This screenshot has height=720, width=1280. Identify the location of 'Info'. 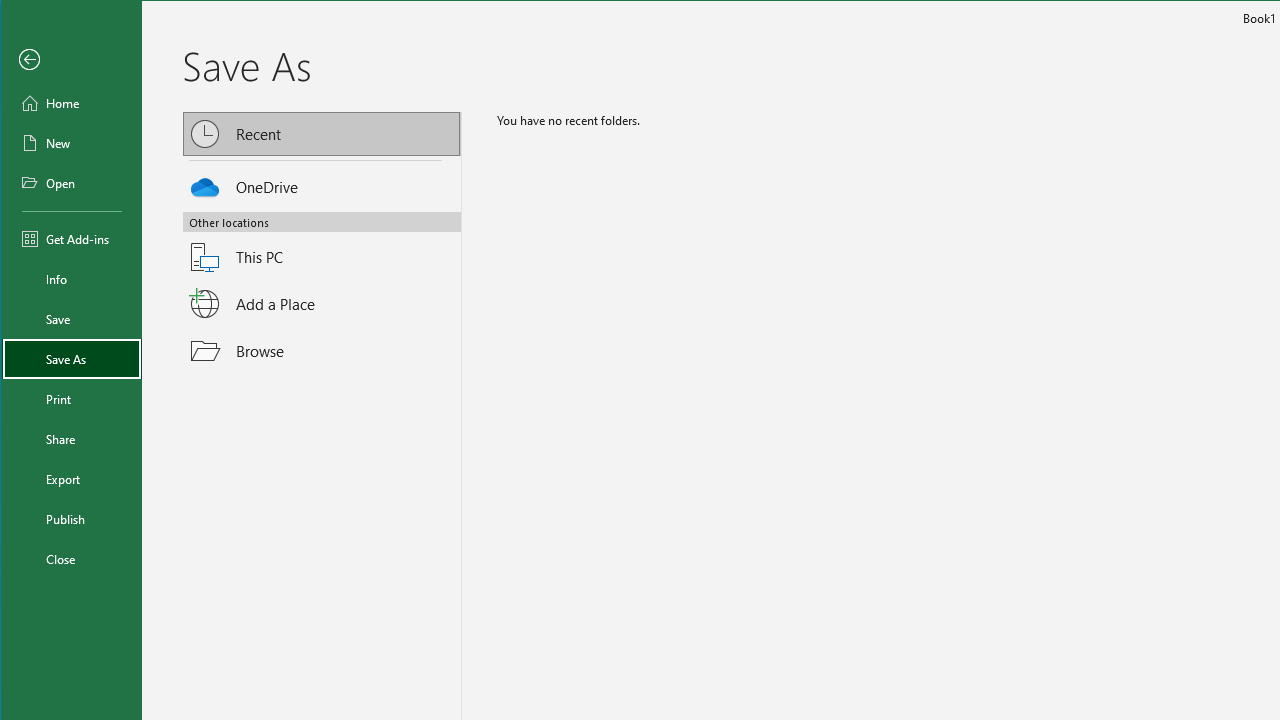
(72, 279).